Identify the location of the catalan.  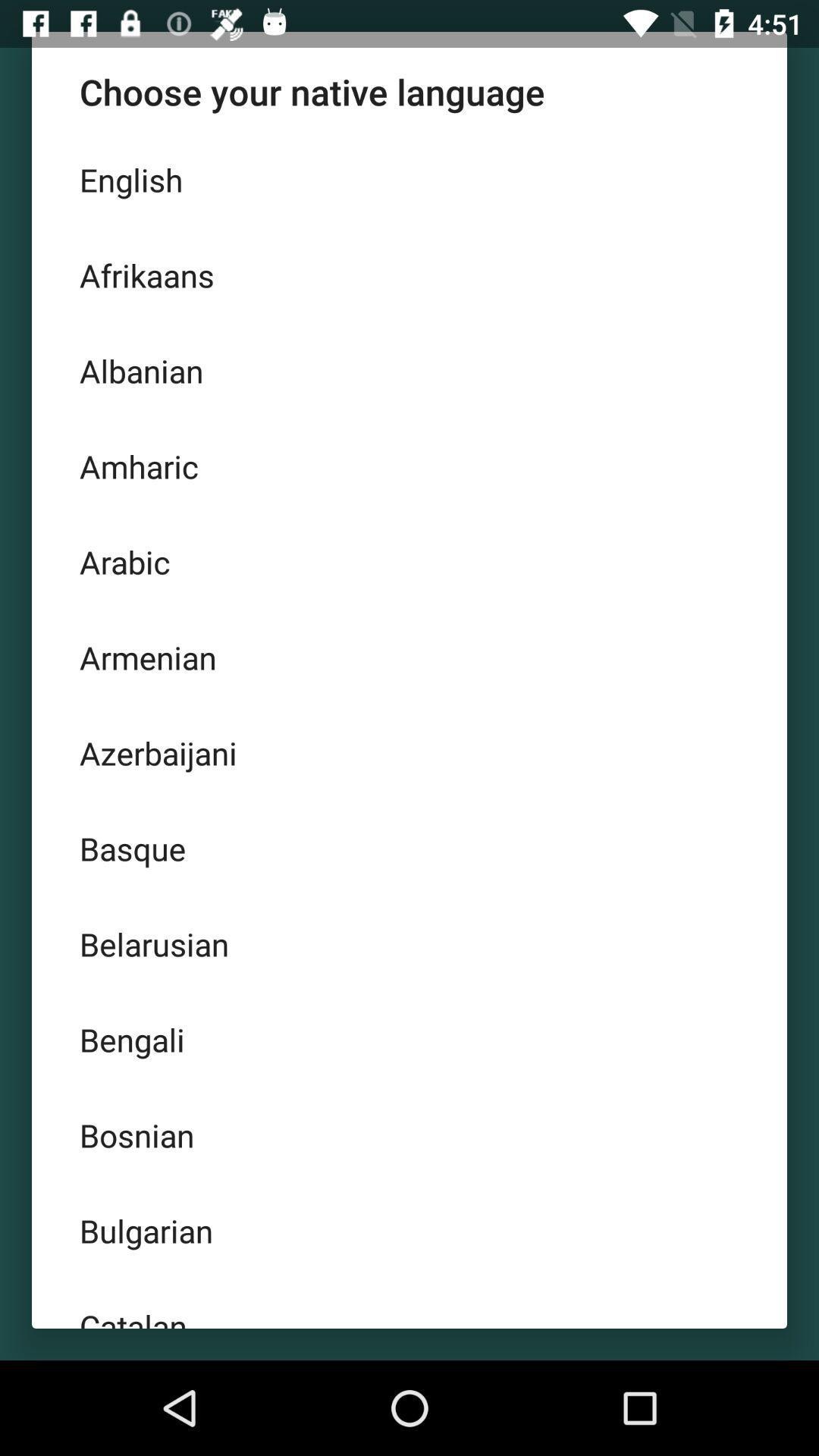
(409, 1302).